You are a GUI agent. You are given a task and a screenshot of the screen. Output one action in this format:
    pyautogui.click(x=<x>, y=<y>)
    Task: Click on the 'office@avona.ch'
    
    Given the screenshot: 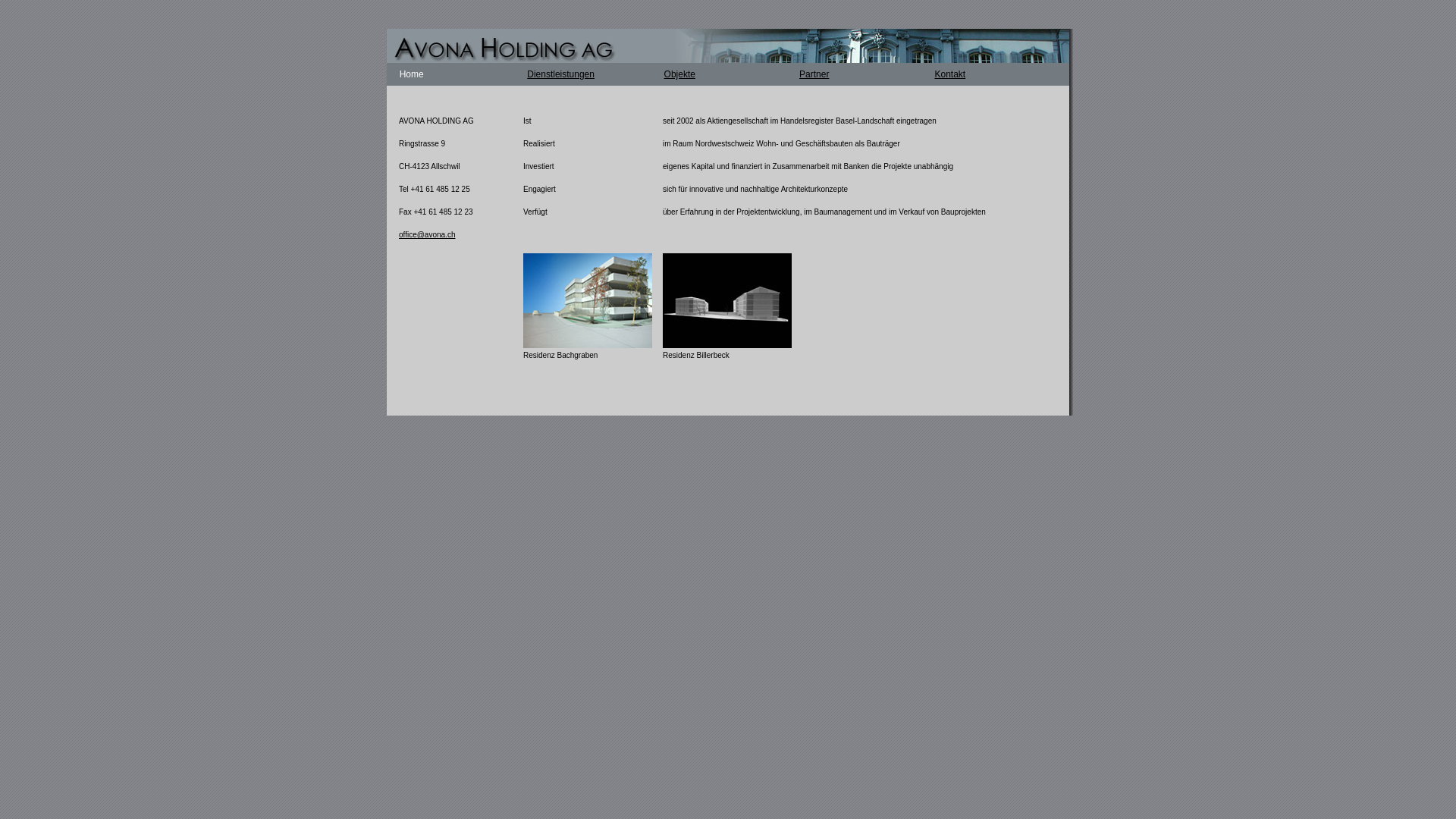 What is the action you would take?
    pyautogui.click(x=399, y=234)
    